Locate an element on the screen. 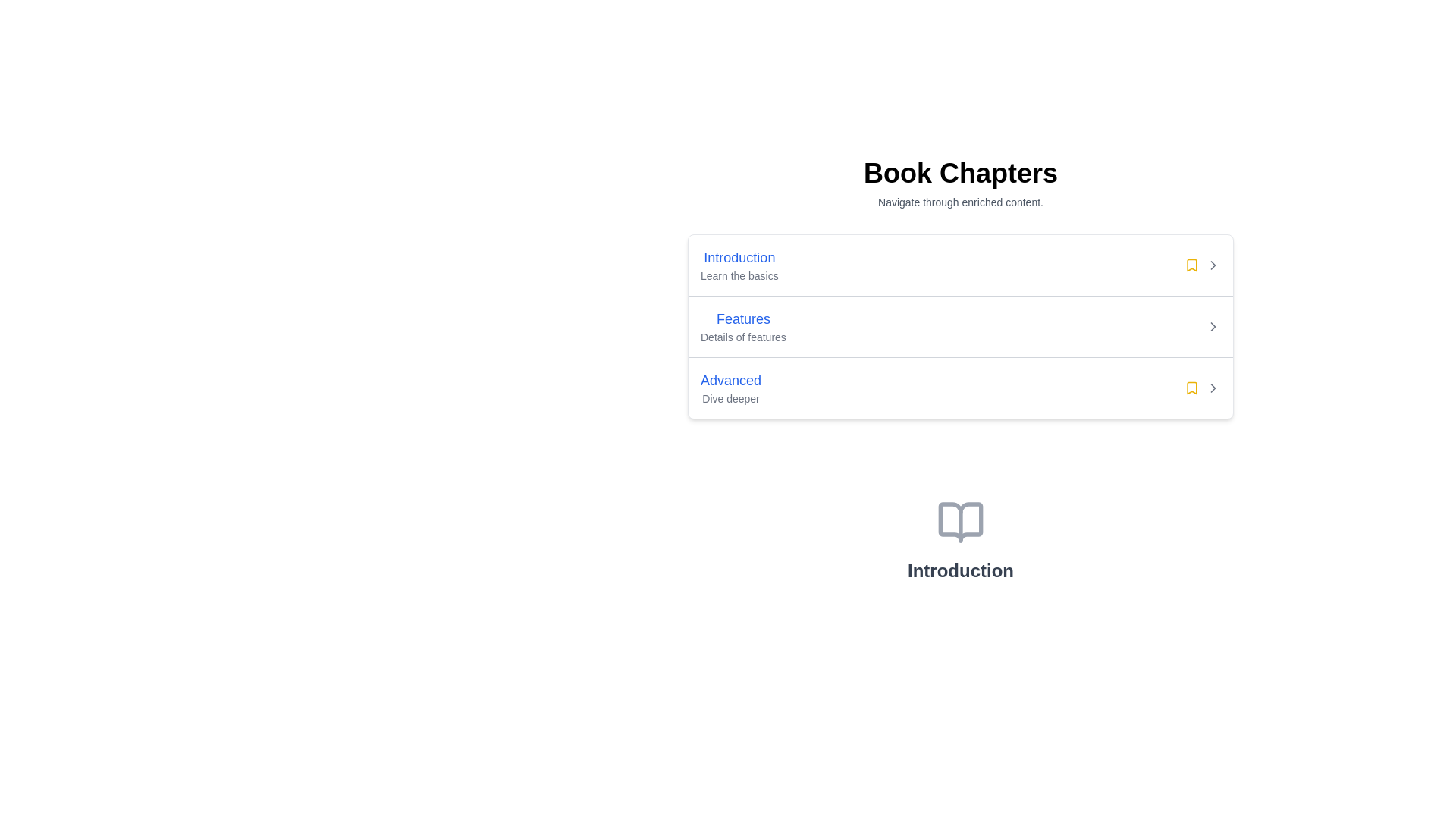  the 'Advanced' hyperlink, which is styled prominently in blue and located below the 'Features' item in the 'Book Chapters' section is located at coordinates (731, 379).